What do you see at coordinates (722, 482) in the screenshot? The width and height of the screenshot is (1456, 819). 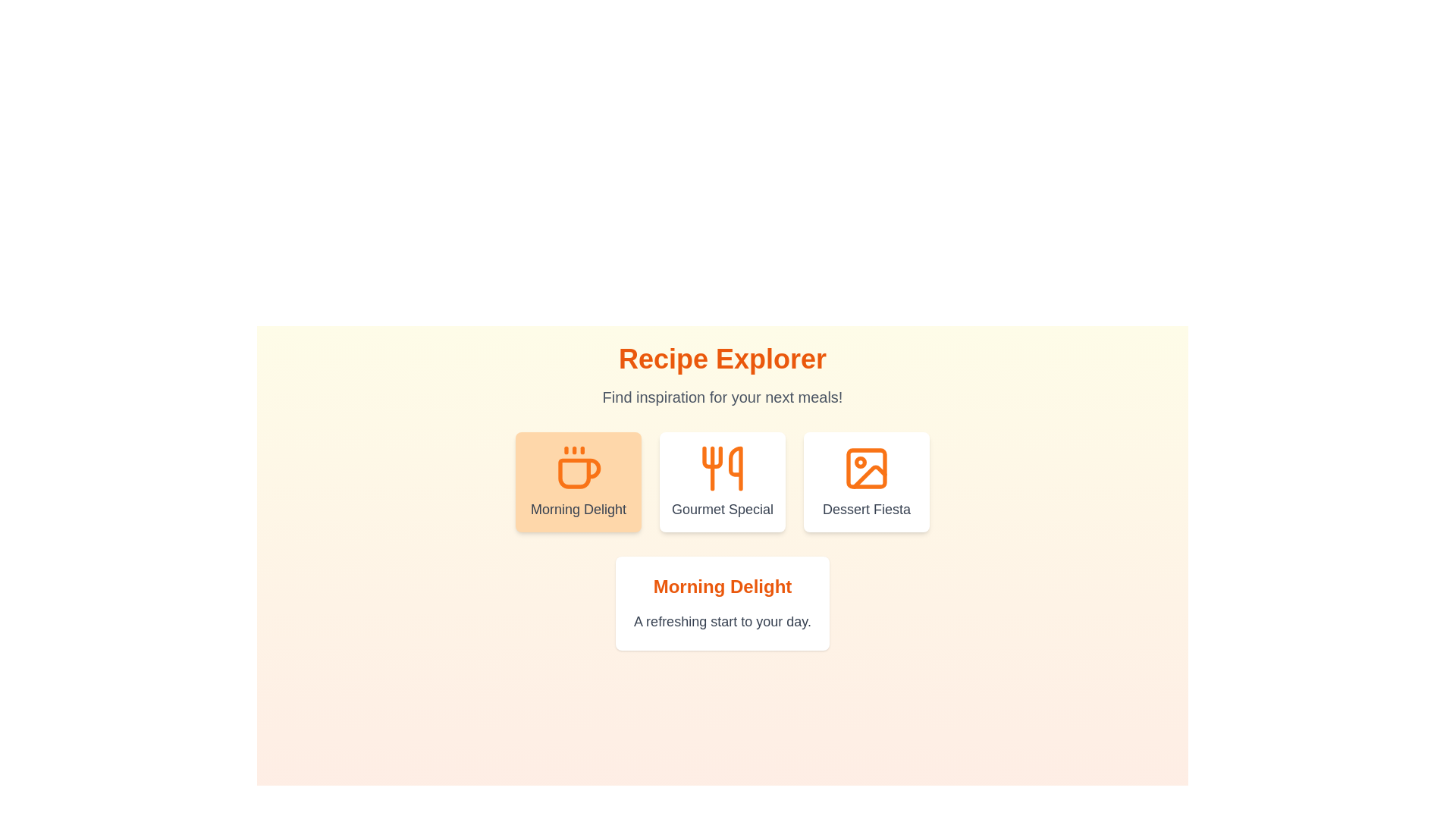 I see `the white rectangular card labeled 'Gourmet Special'` at bounding box center [722, 482].